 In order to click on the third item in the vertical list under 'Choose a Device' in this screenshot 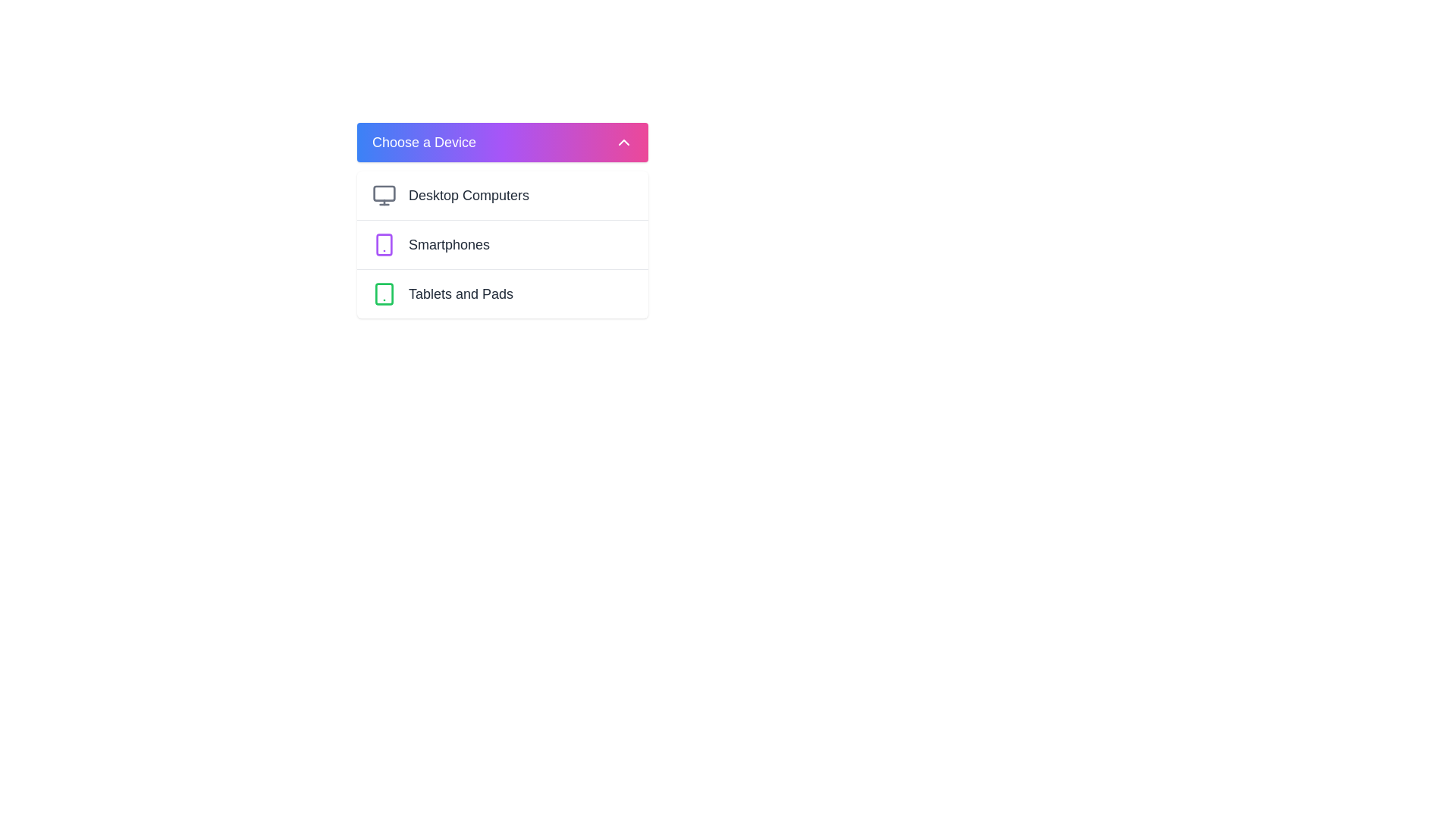, I will do `click(502, 293)`.